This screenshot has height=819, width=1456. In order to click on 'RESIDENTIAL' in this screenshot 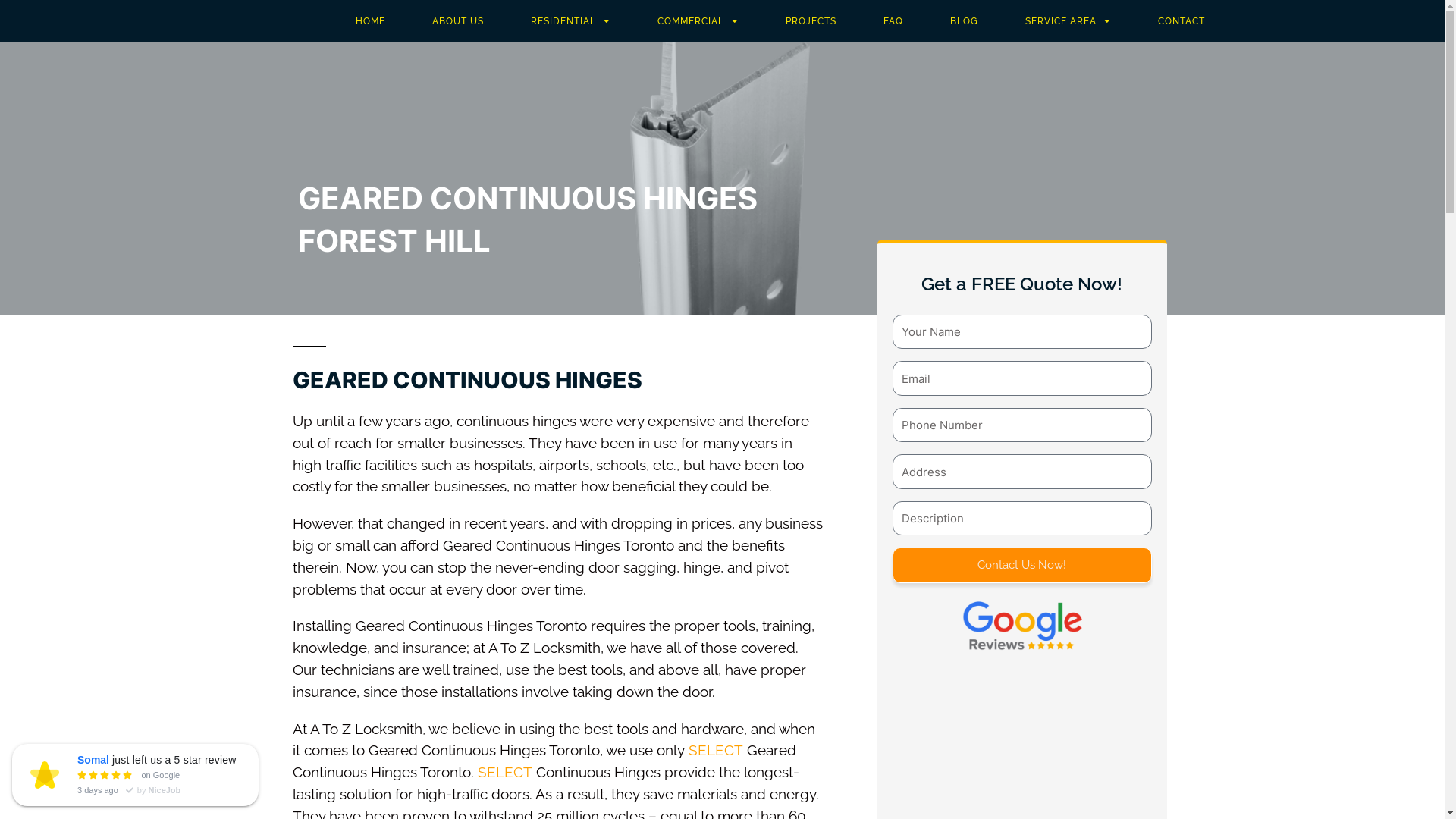, I will do `click(507, 20)`.